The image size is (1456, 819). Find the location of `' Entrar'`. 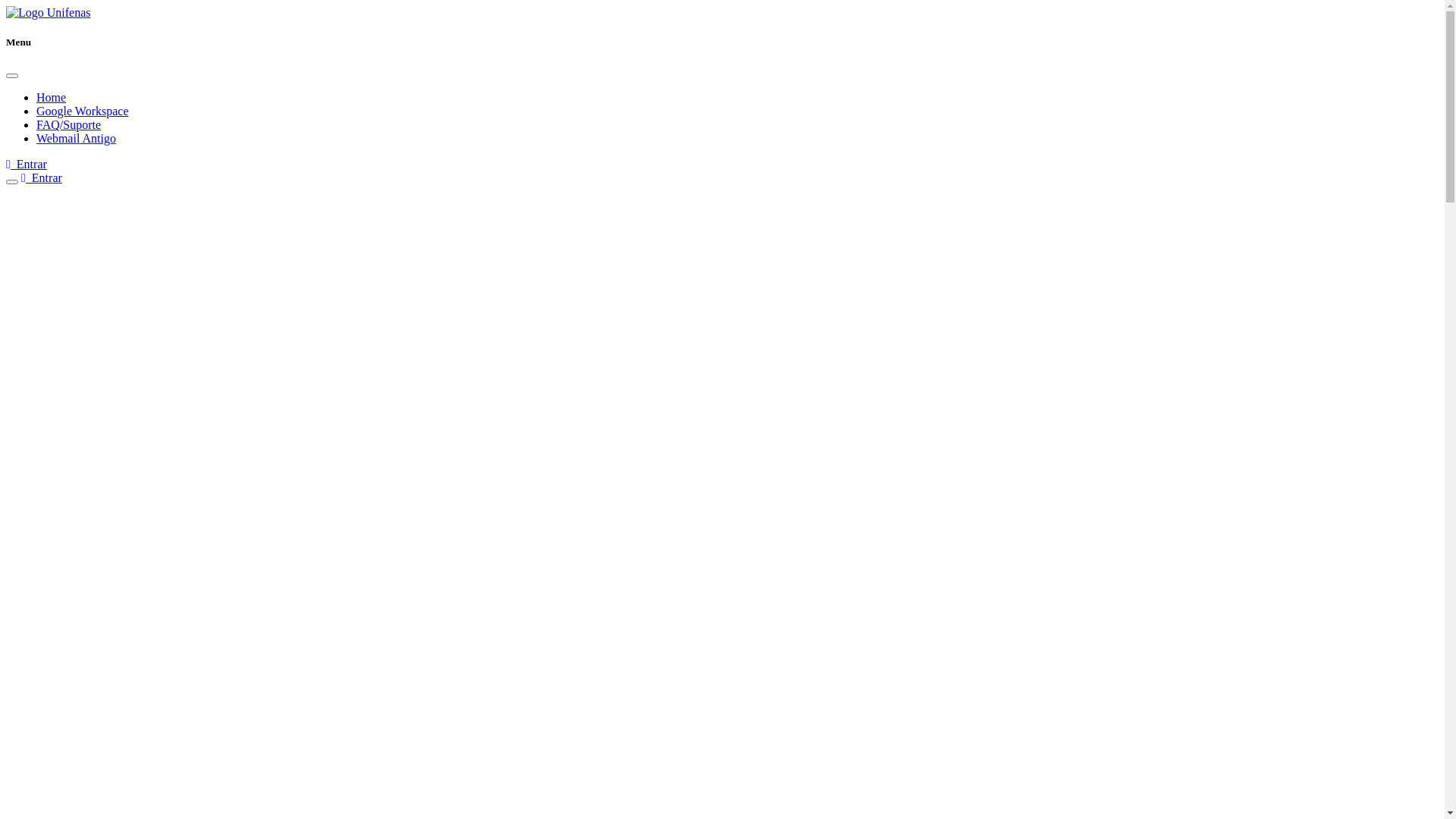

' Entrar' is located at coordinates (26, 164).